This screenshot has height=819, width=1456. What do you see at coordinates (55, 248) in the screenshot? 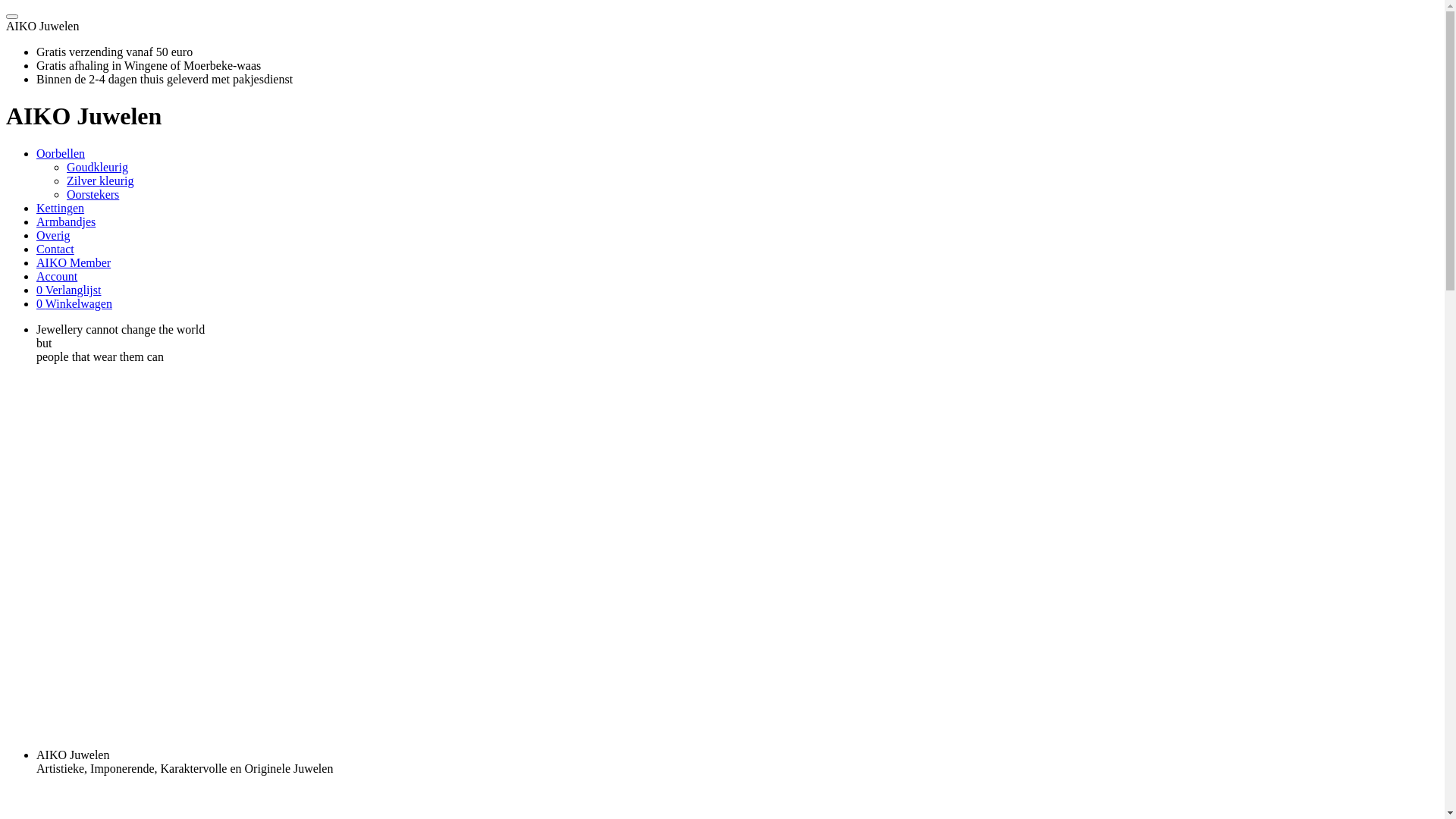
I see `'Contact'` at bounding box center [55, 248].